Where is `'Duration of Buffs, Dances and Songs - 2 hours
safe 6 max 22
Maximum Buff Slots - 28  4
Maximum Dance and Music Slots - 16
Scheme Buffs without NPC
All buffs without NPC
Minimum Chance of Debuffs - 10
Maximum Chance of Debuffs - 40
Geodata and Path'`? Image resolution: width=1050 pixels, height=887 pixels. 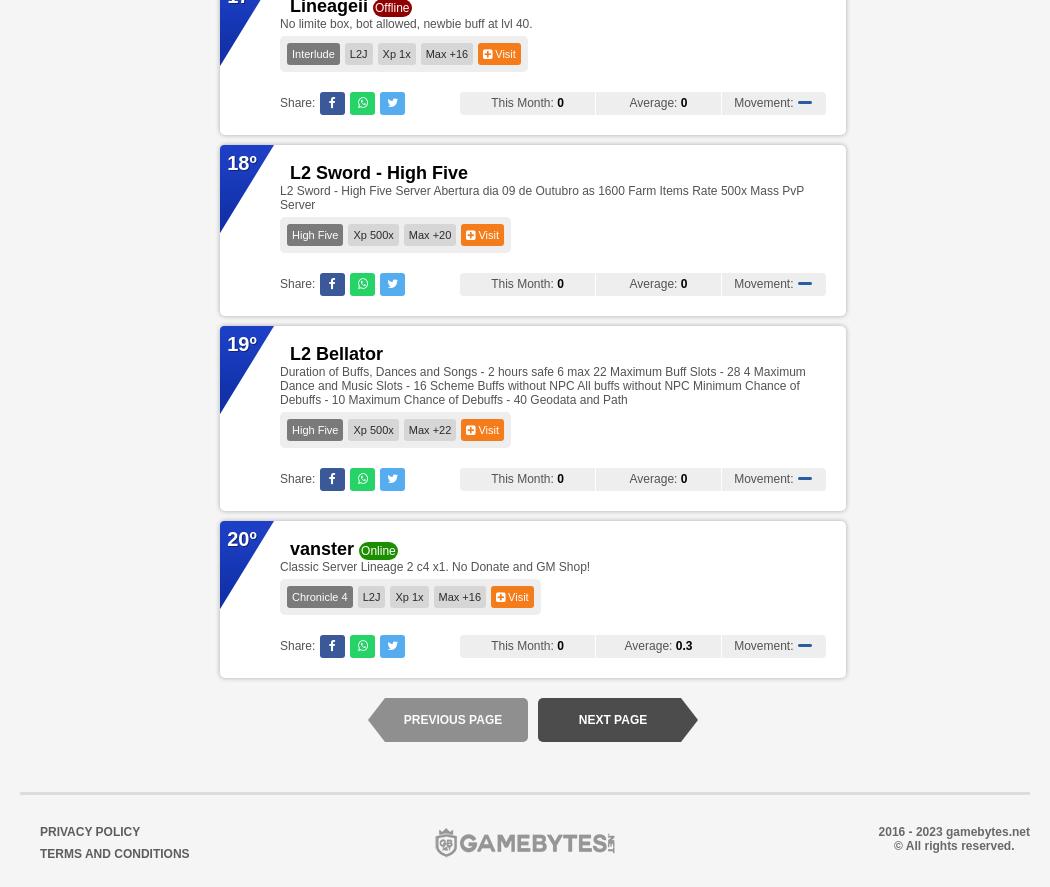 'Duration of Buffs, Dances and Songs - 2 hours
safe 6 max 22
Maximum Buff Slots - 28  4
Maximum Dance and Music Slots - 16
Scheme Buffs without NPC
All buffs without NPC
Minimum Chance of Debuffs - 10
Maximum Chance of Debuffs - 40
Geodata and Path' is located at coordinates (542, 385).